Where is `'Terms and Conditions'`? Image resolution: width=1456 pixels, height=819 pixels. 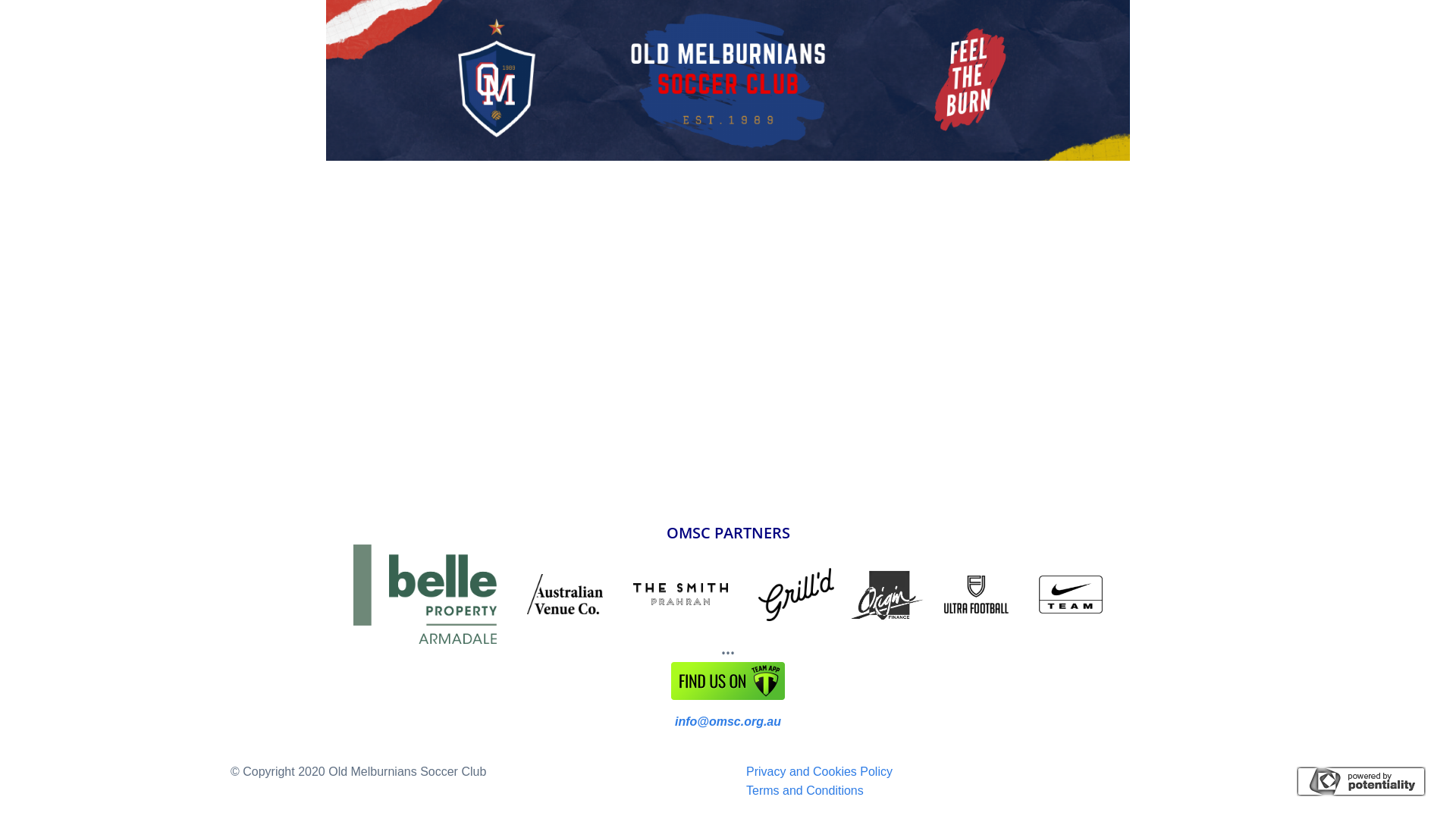 'Terms and Conditions' is located at coordinates (804, 789).